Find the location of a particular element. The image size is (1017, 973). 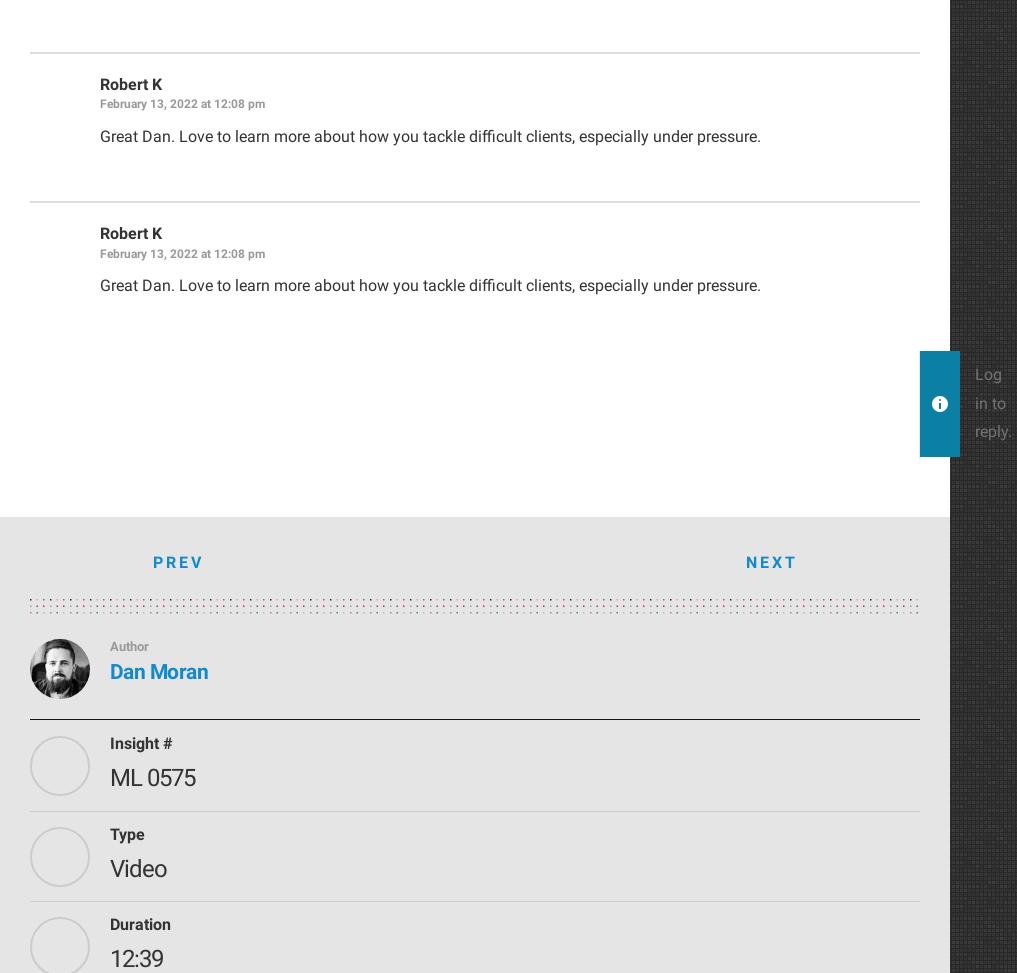

'Prev' is located at coordinates (151, 562).